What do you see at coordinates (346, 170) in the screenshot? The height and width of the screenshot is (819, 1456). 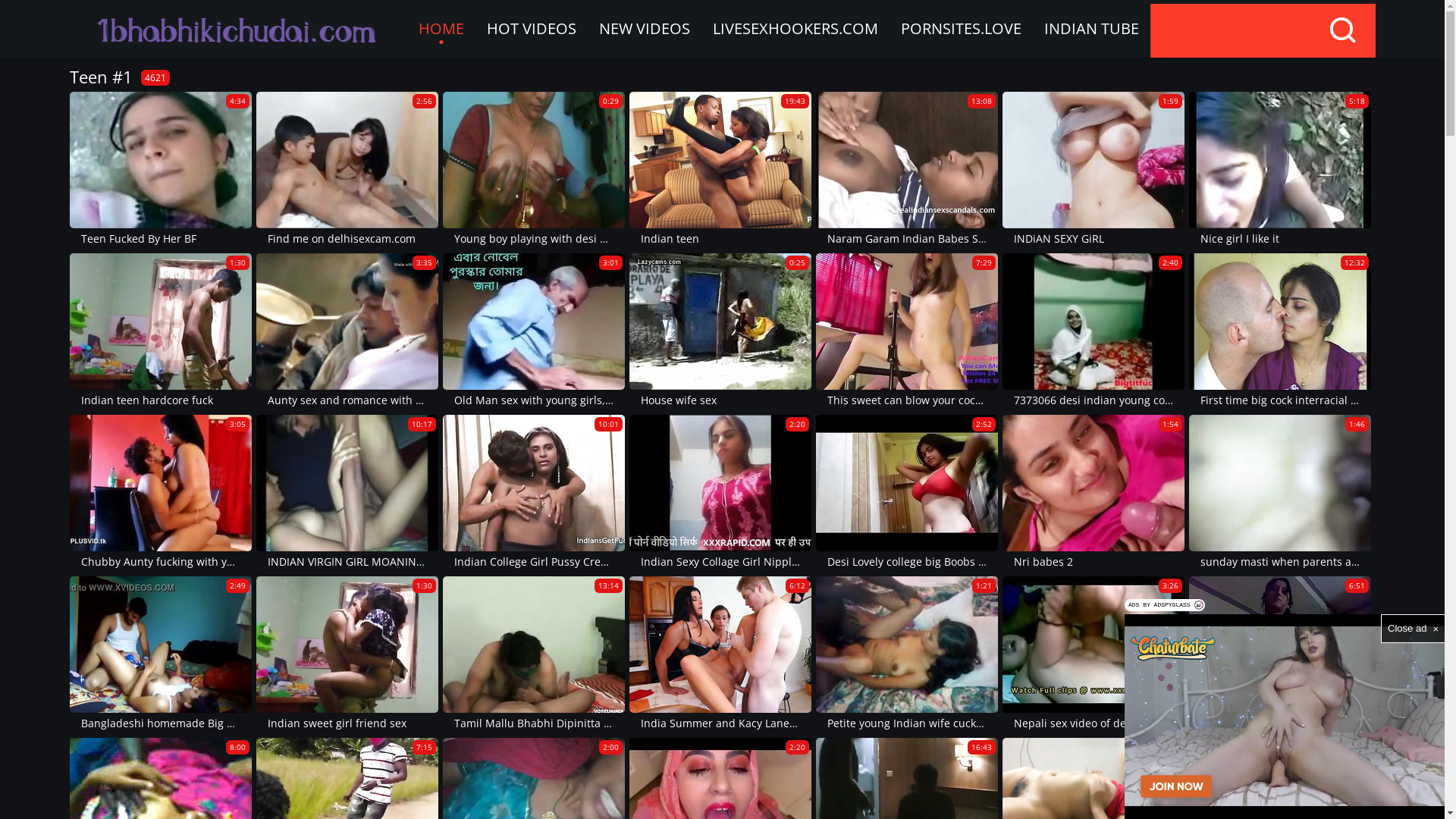 I see `'2:56` at bounding box center [346, 170].